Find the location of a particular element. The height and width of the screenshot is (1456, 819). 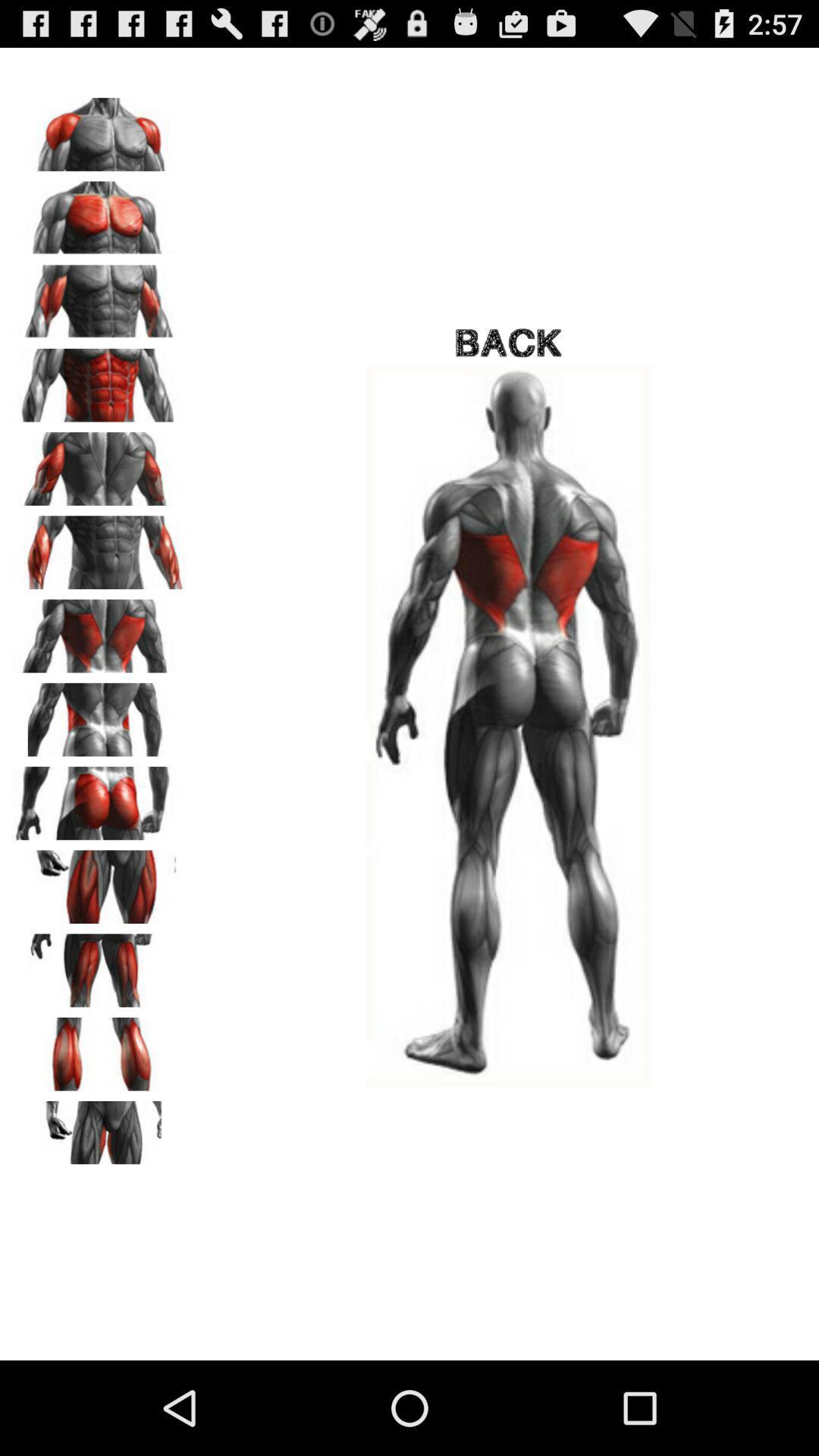

the font icon is located at coordinates (99, 674).